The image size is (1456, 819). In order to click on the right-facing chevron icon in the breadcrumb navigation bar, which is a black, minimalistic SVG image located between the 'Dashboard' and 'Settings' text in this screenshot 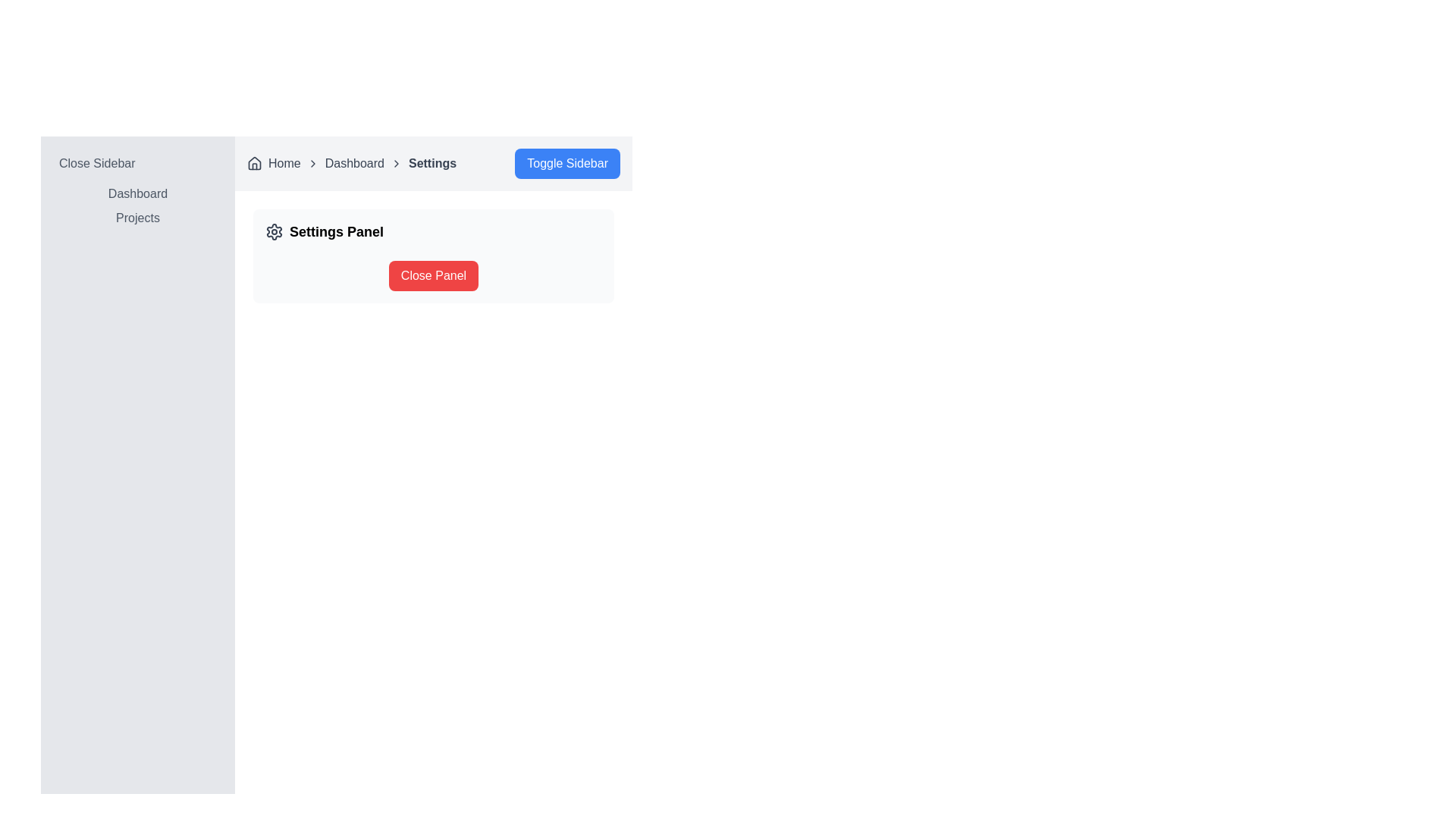, I will do `click(397, 164)`.